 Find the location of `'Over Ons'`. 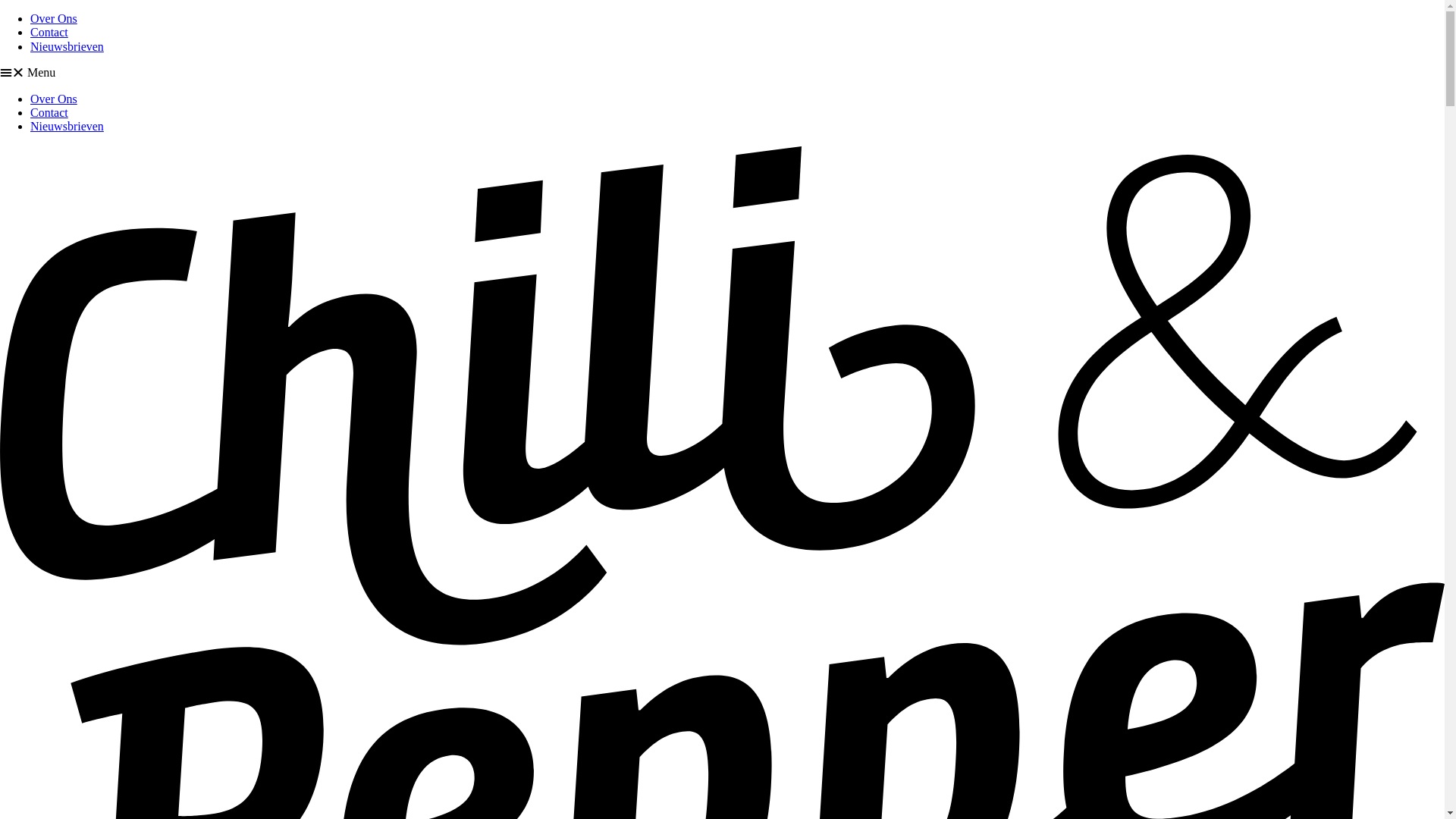

'Over Ons' is located at coordinates (30, 18).